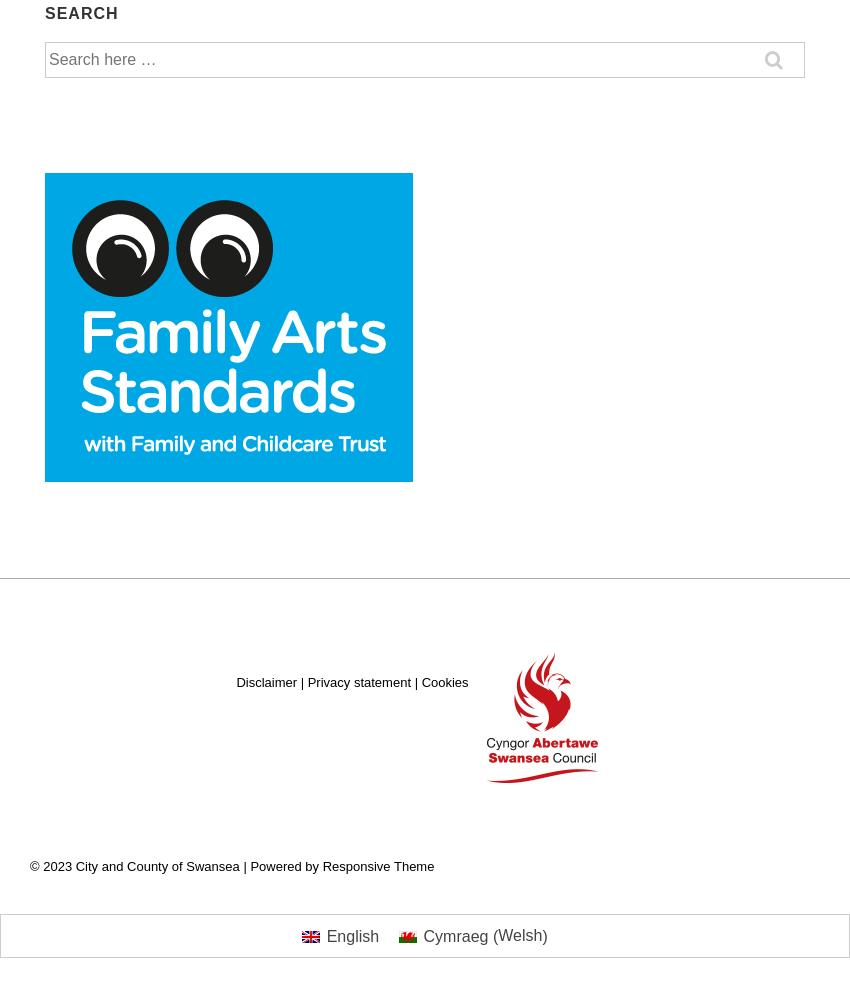 Image resolution: width=850 pixels, height=986 pixels. Describe the element at coordinates (492, 935) in the screenshot. I see `'('` at that location.